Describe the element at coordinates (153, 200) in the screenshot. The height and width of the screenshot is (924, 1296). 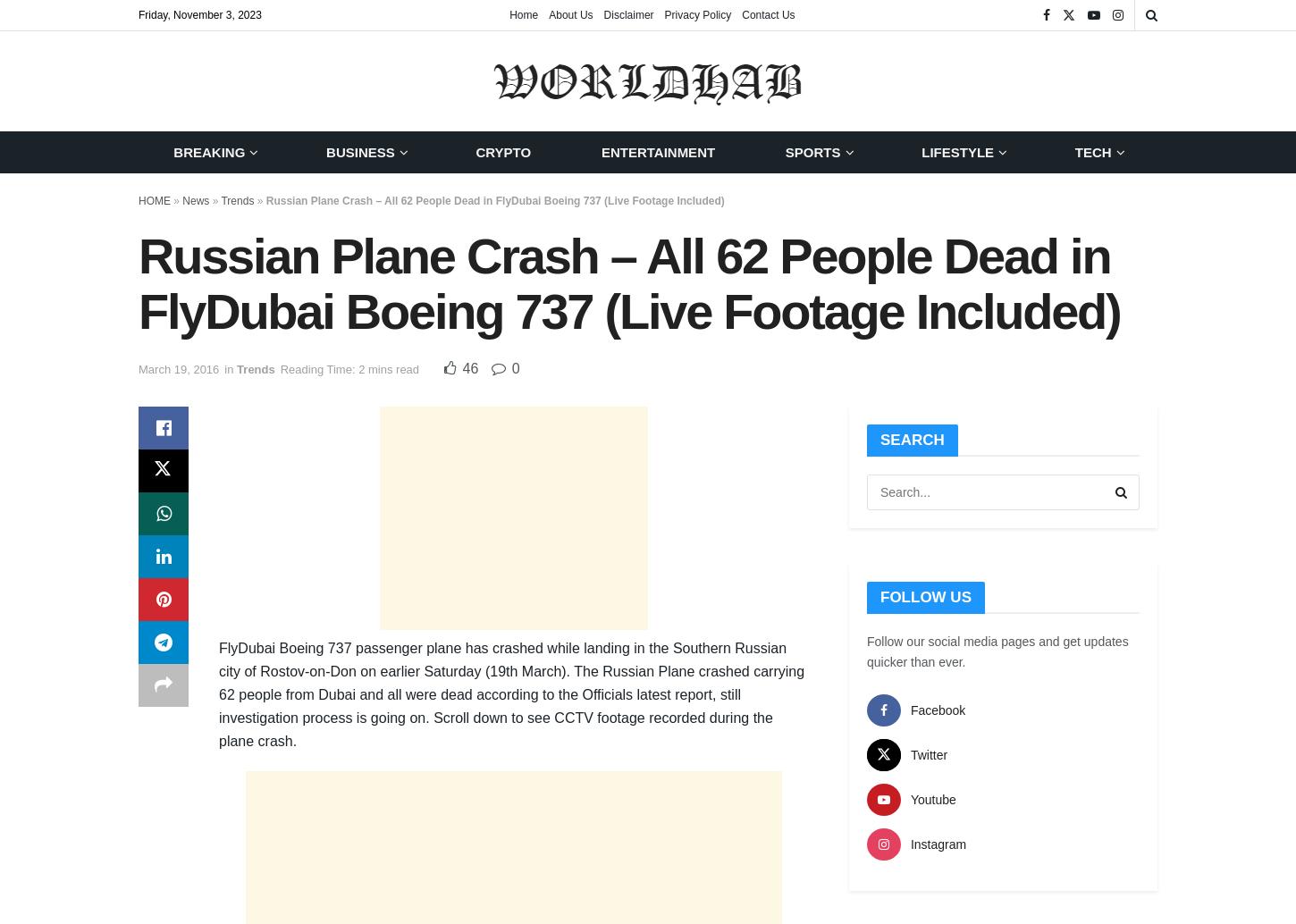
I see `'HOME'` at that location.